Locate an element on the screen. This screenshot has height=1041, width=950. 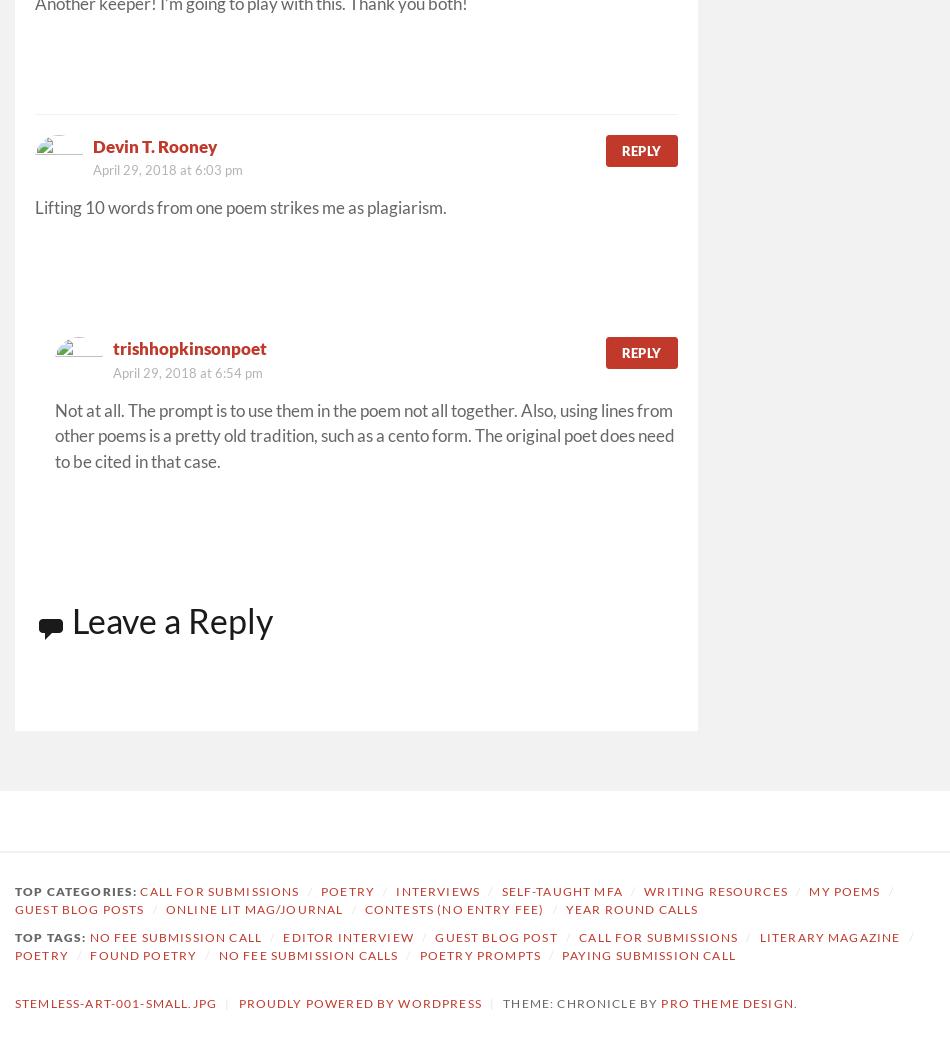
'Guest Blog Posts' is located at coordinates (79, 908).